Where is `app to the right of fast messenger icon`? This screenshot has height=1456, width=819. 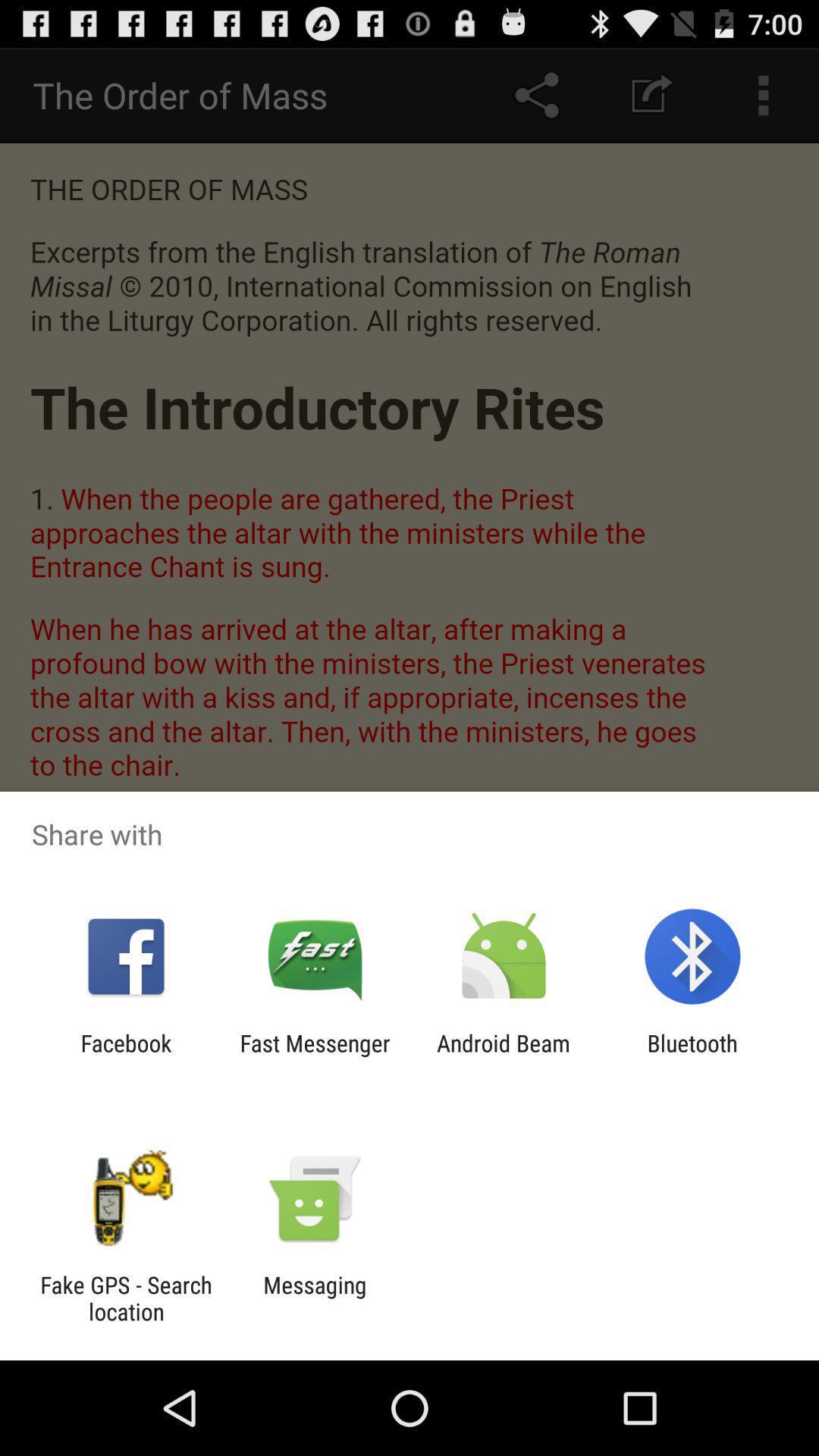
app to the right of fast messenger icon is located at coordinates (504, 1056).